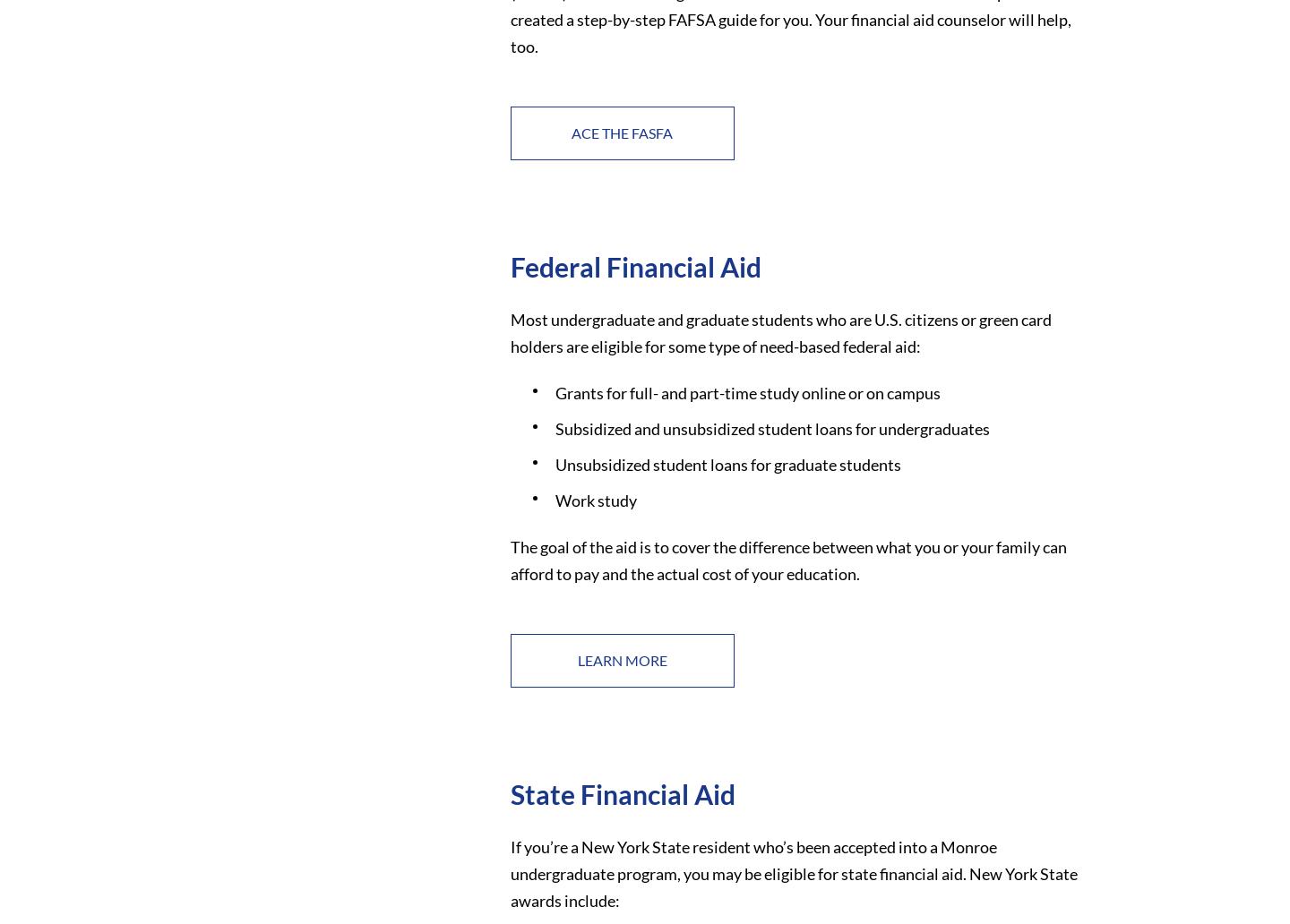 The image size is (1290, 924). What do you see at coordinates (621, 658) in the screenshot?
I see `'Learn More'` at bounding box center [621, 658].